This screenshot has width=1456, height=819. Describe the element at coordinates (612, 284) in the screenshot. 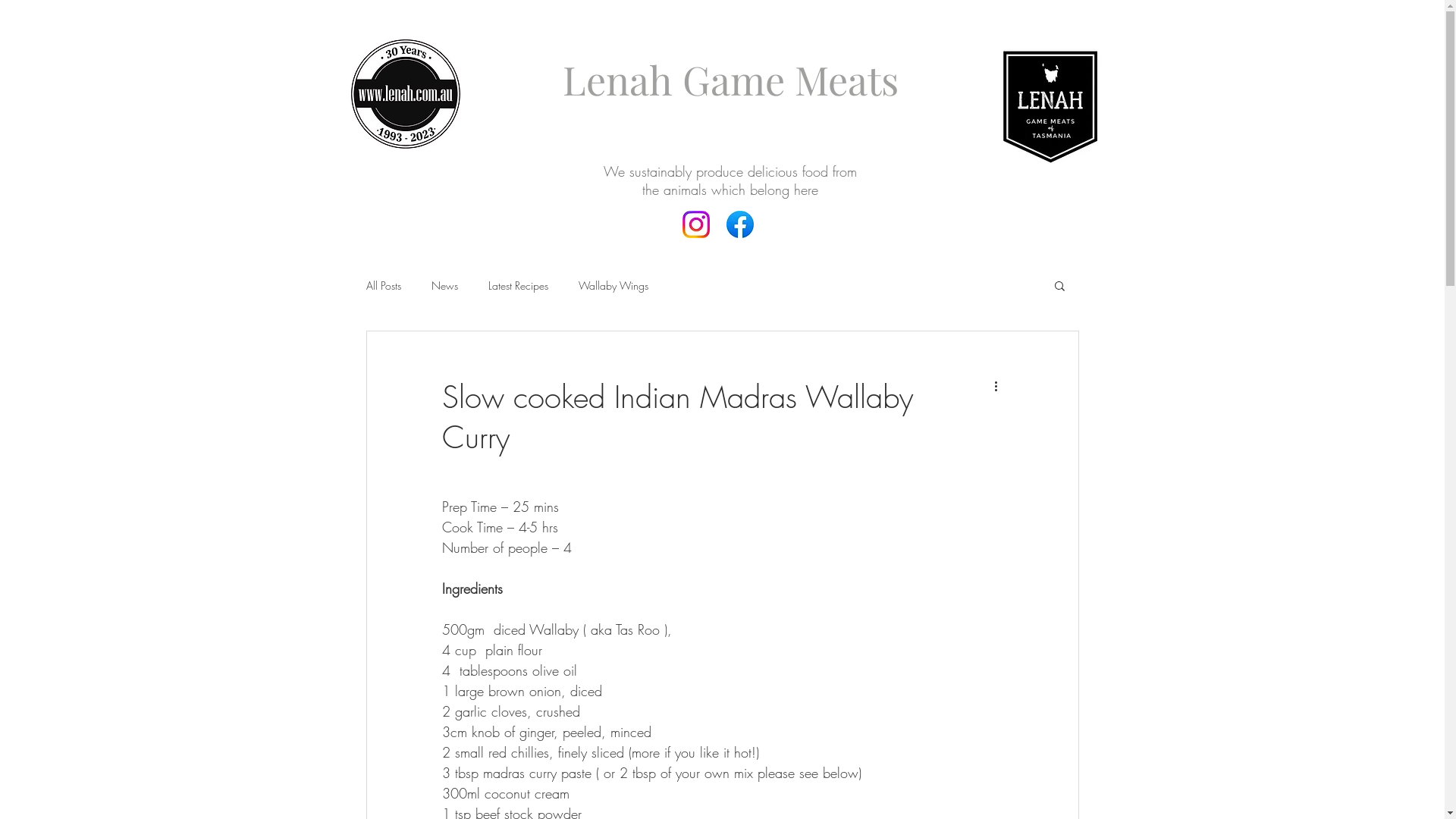

I see `'Wallaby Wings'` at that location.